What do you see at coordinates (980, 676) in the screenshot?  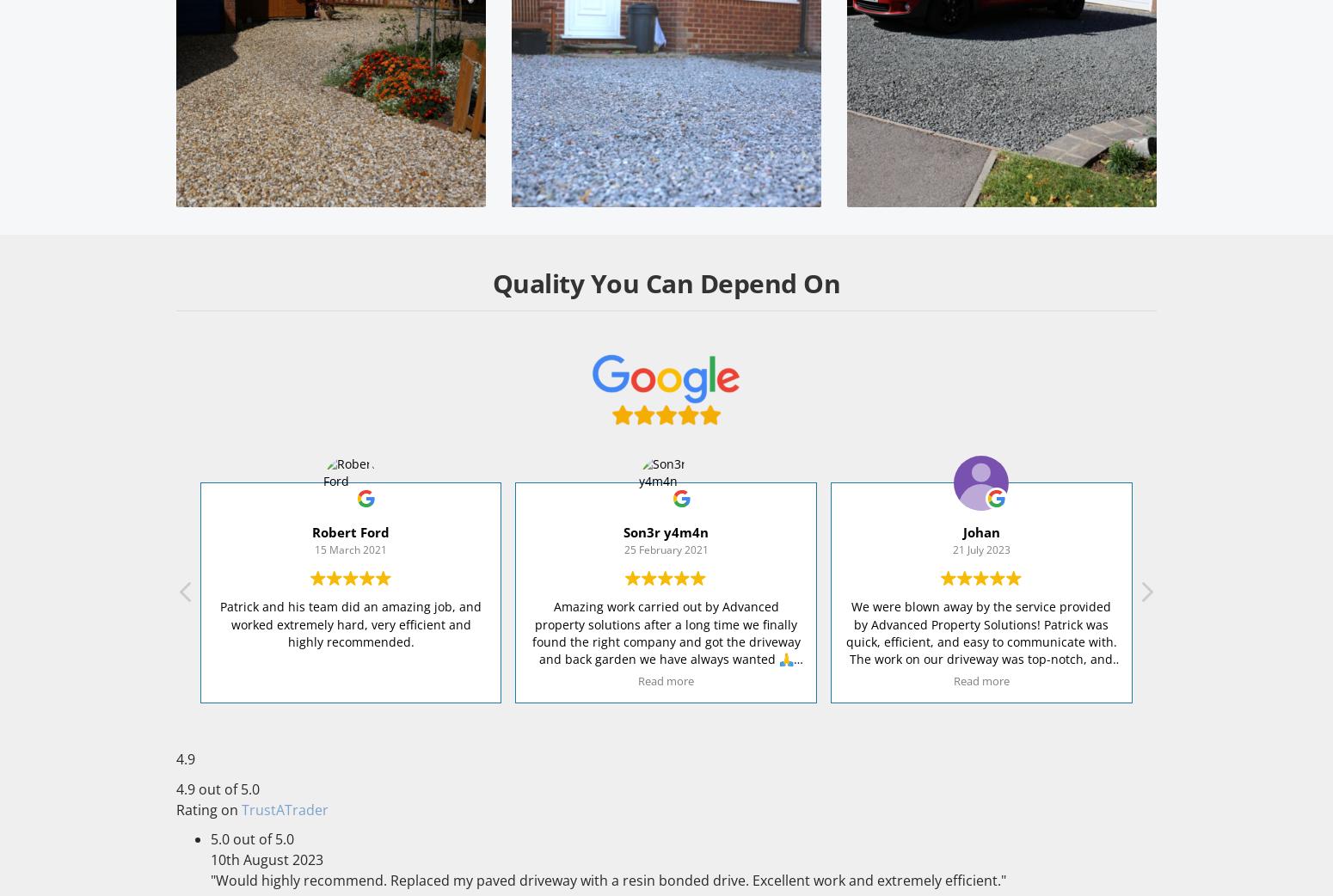 I see `'We were blown away by the service provided by Advanced Property Solutions! Patrick was quick, efficient, and easy to communicate with. The work on our driveway was top-notch, and the price was a steal for the quality delivered. In just two days, our driveway was transformed into something amazing! Highly recommend Patrick and his team for high-quality driveway work.'` at bounding box center [980, 676].